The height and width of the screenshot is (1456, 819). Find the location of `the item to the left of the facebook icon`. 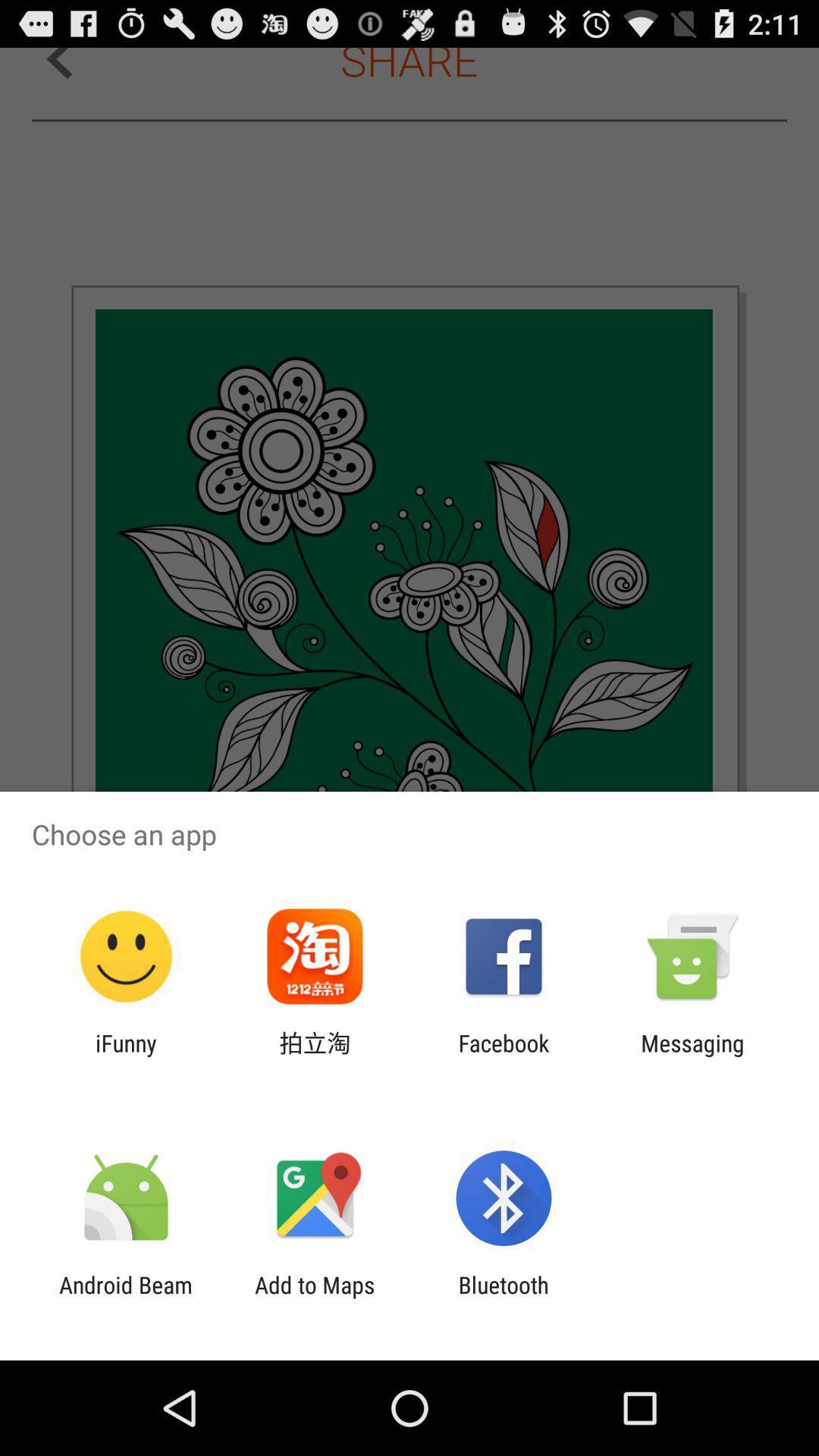

the item to the left of the facebook icon is located at coordinates (314, 1056).